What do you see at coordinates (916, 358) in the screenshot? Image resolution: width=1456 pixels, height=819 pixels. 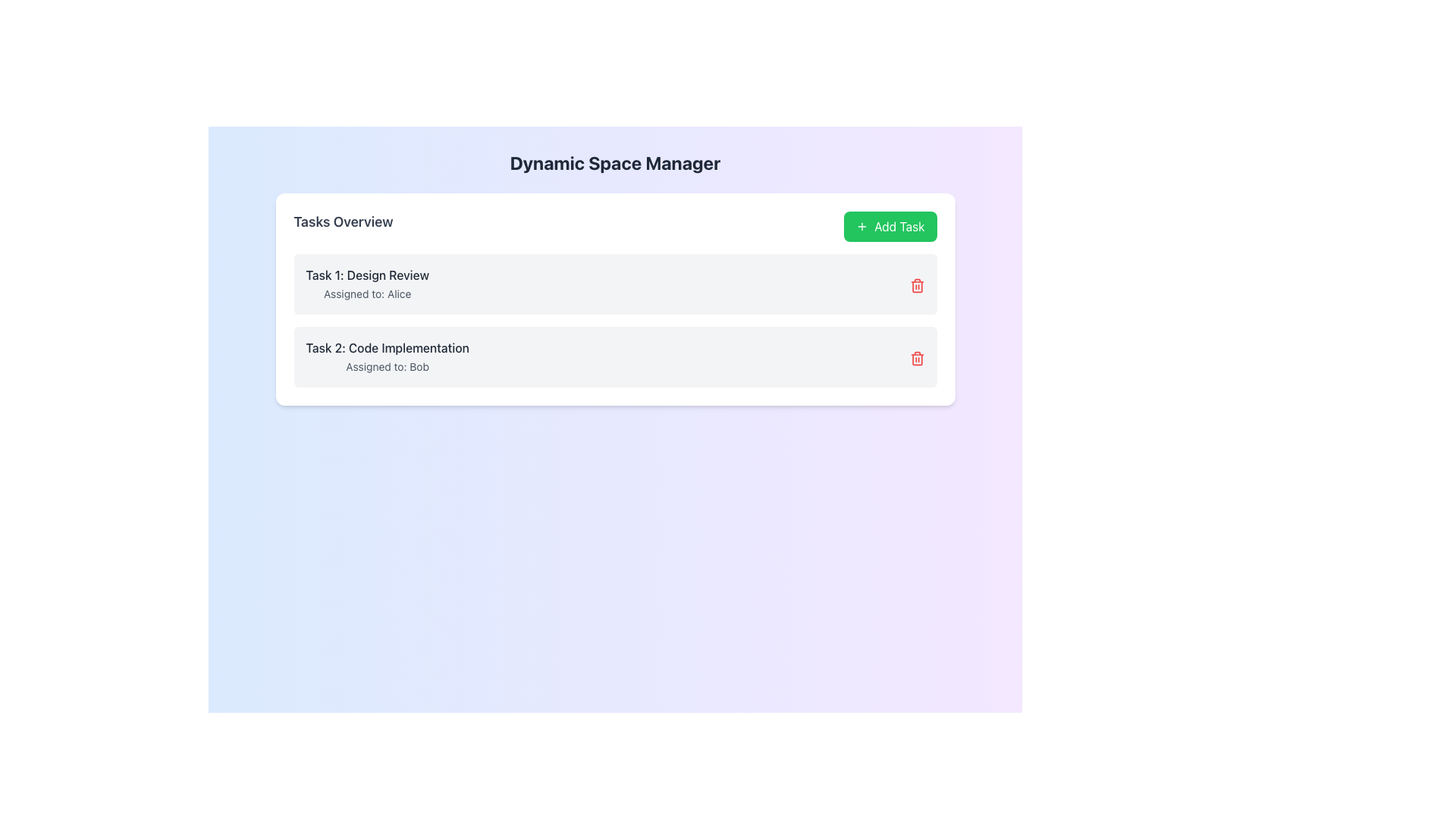 I see `the small red trash can icon button located in the lower-right corner of the 'Task 2: Code Implementation' card` at bounding box center [916, 358].